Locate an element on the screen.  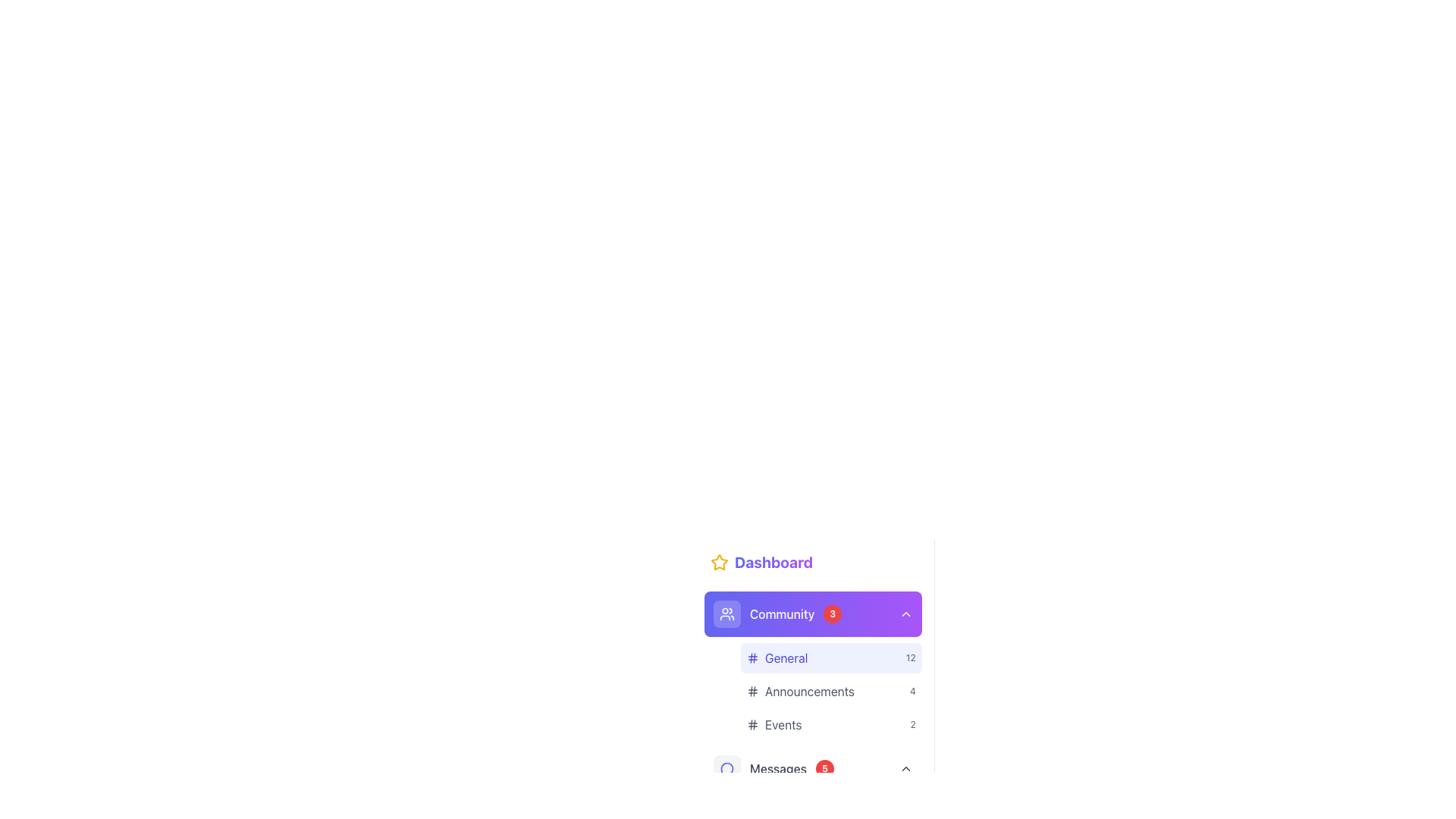
the 'Announcements' button in the Community list is located at coordinates (830, 691).